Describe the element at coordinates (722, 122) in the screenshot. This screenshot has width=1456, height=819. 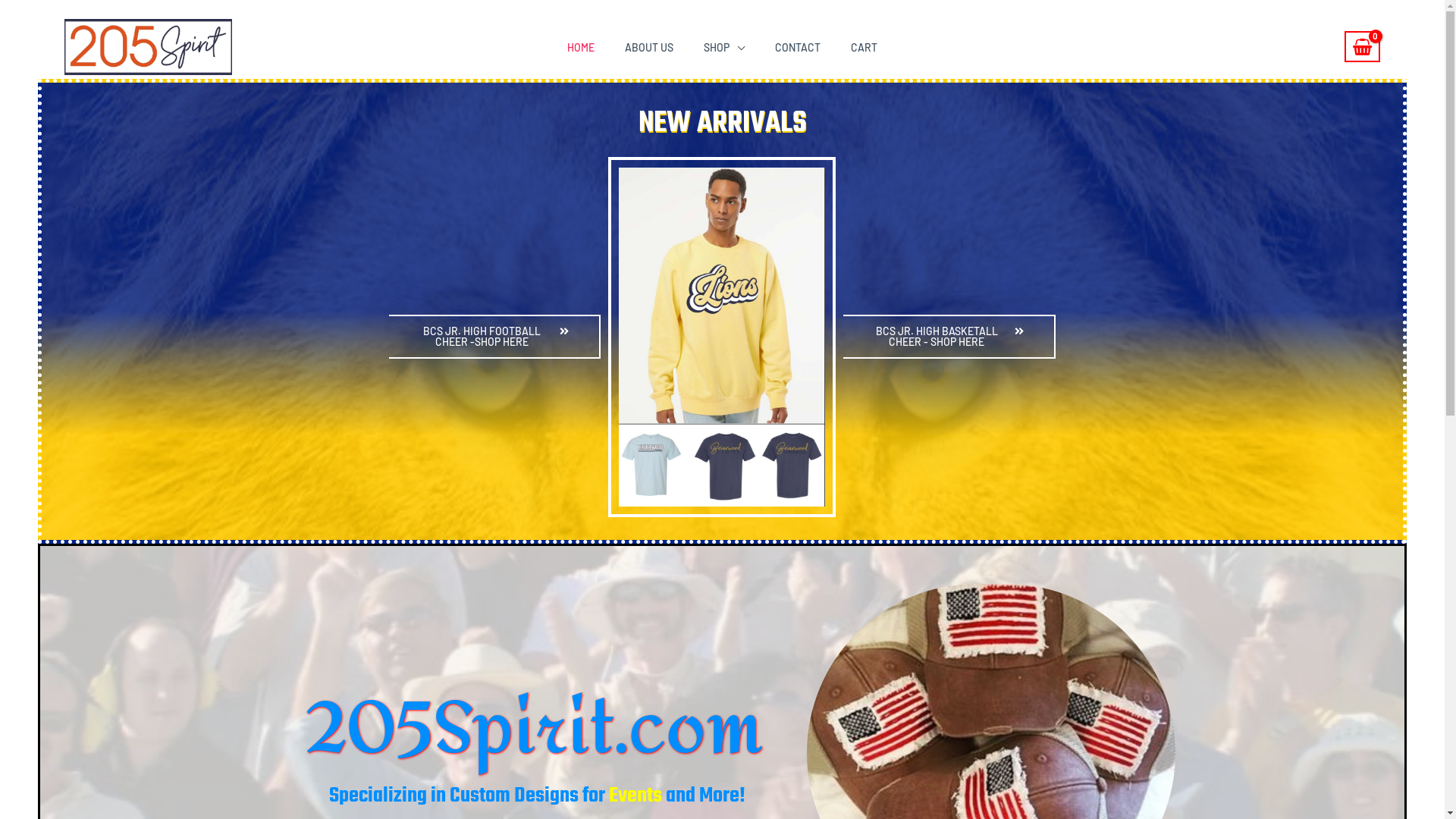
I see `'NEW ARRIVALS'` at that location.